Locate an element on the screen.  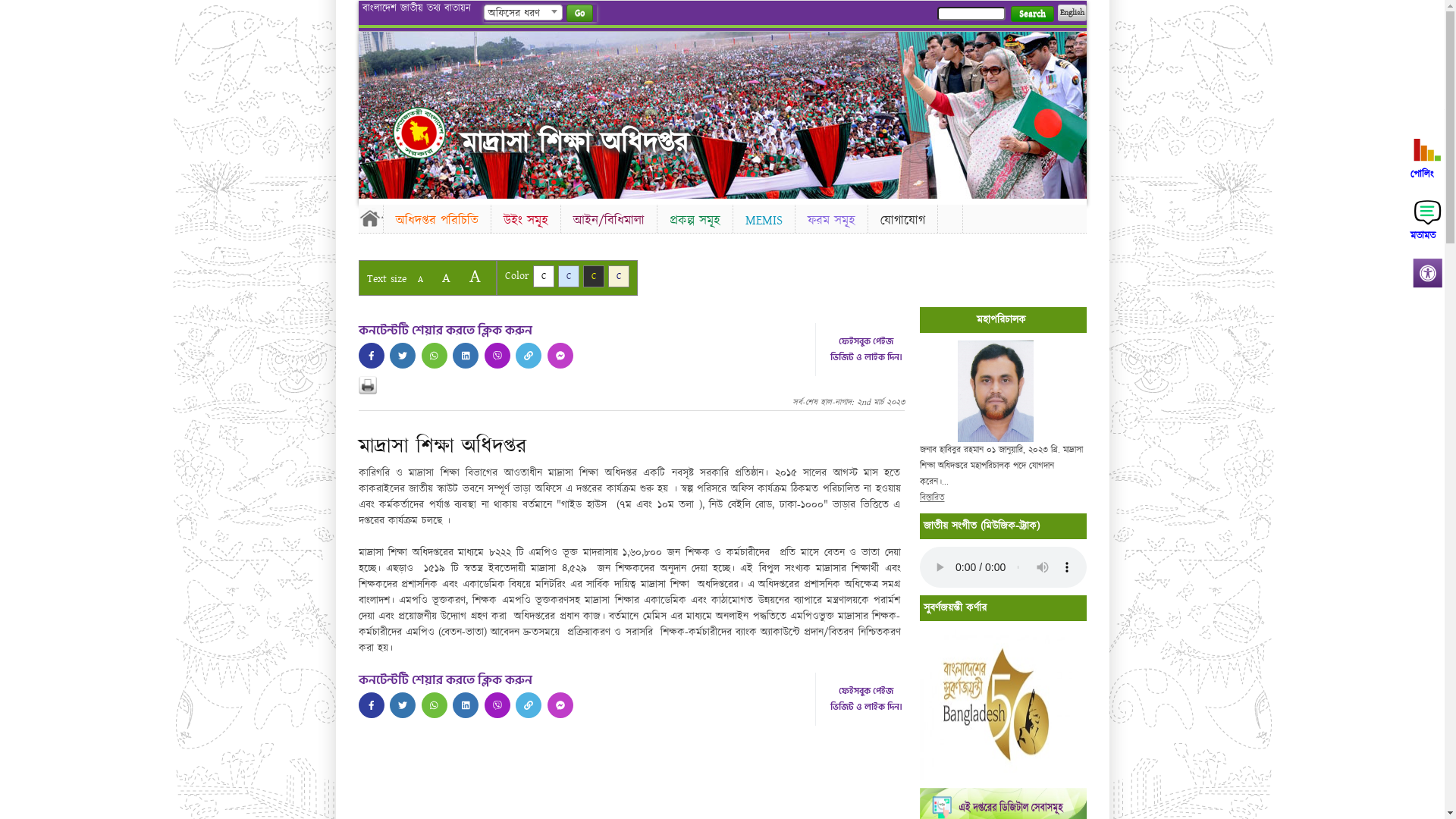
'English' is located at coordinates (1070, 12).